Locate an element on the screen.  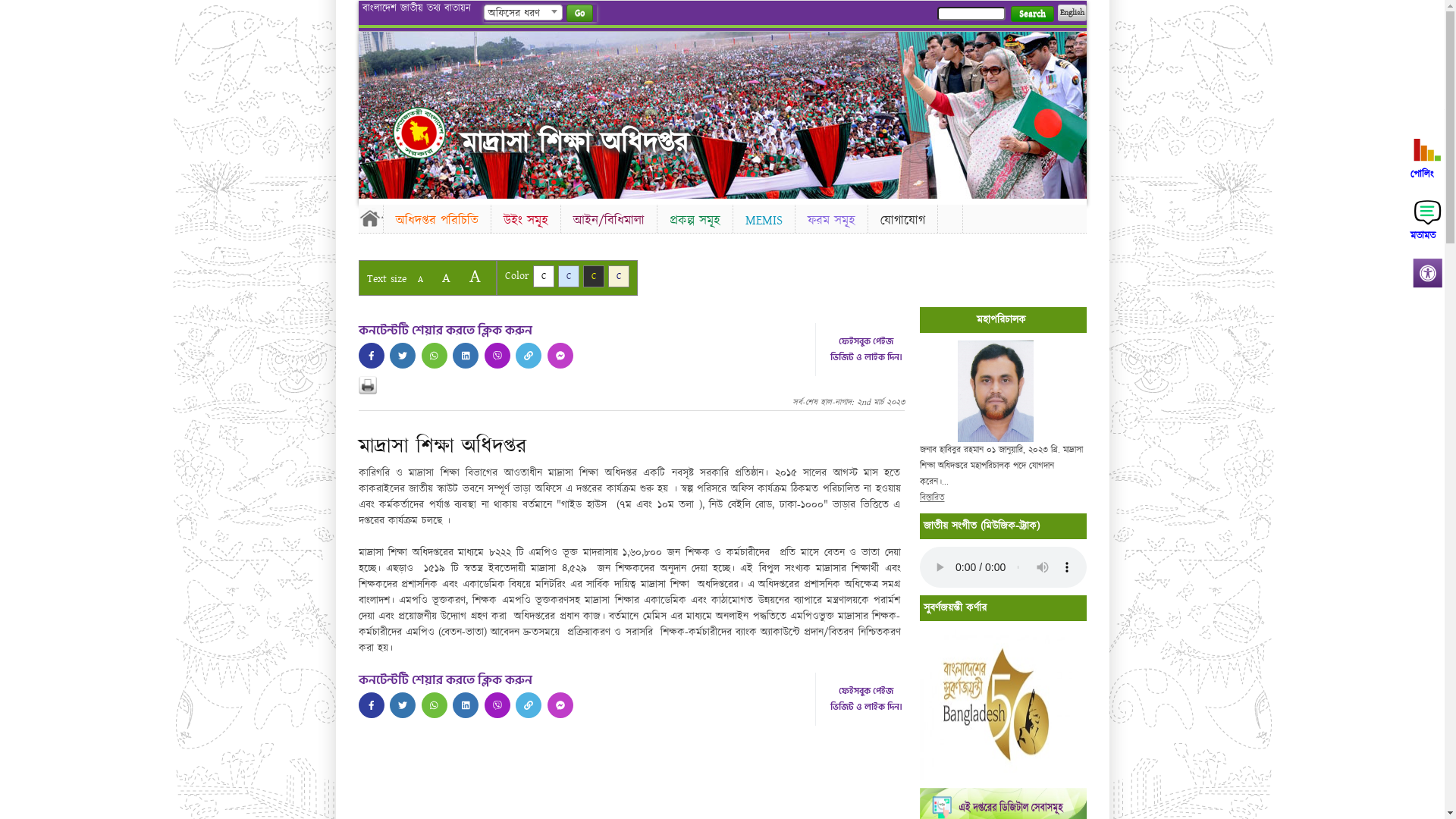
'English' is located at coordinates (1070, 12).